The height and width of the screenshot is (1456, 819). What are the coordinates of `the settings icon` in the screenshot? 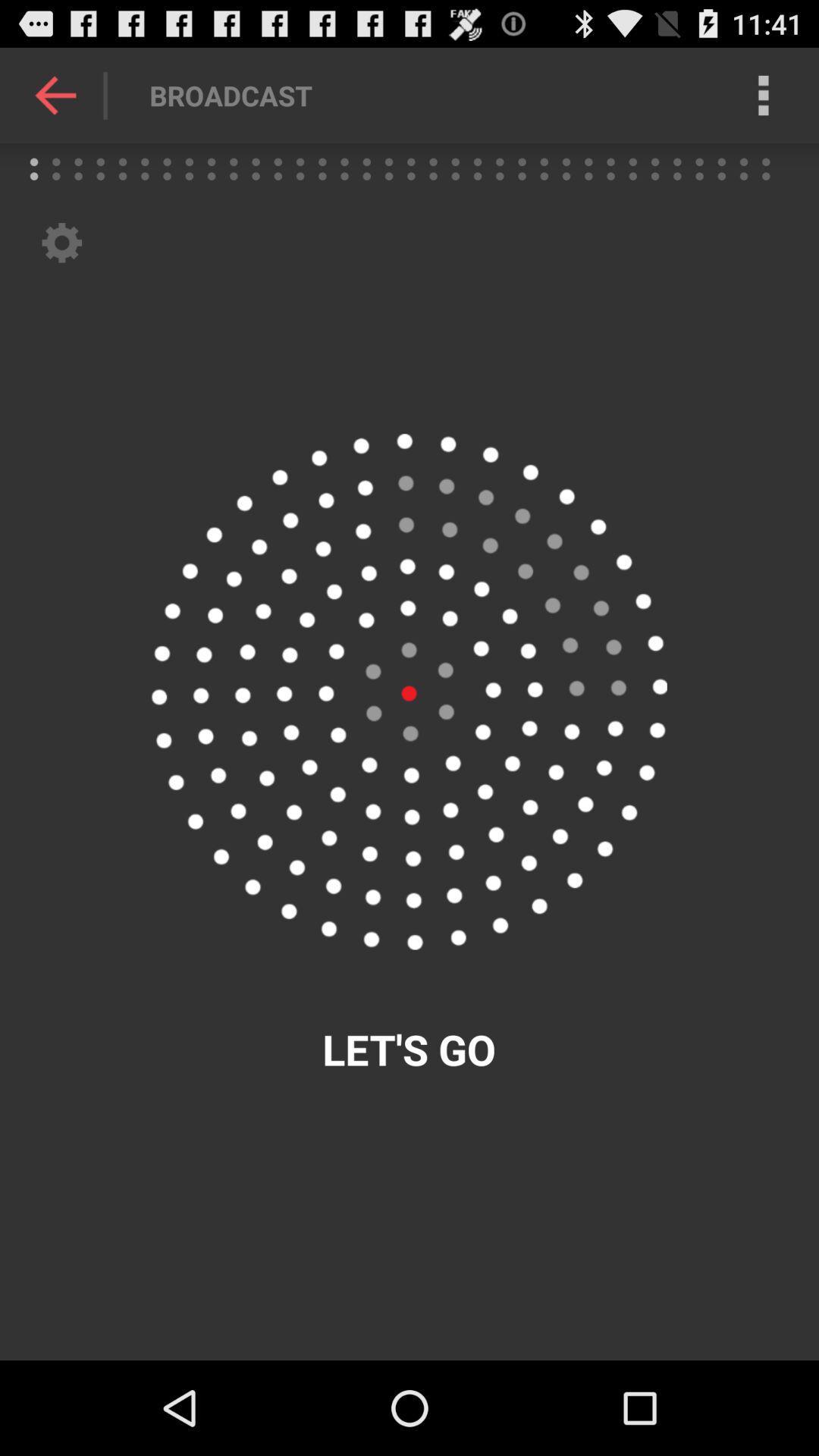 It's located at (61, 259).